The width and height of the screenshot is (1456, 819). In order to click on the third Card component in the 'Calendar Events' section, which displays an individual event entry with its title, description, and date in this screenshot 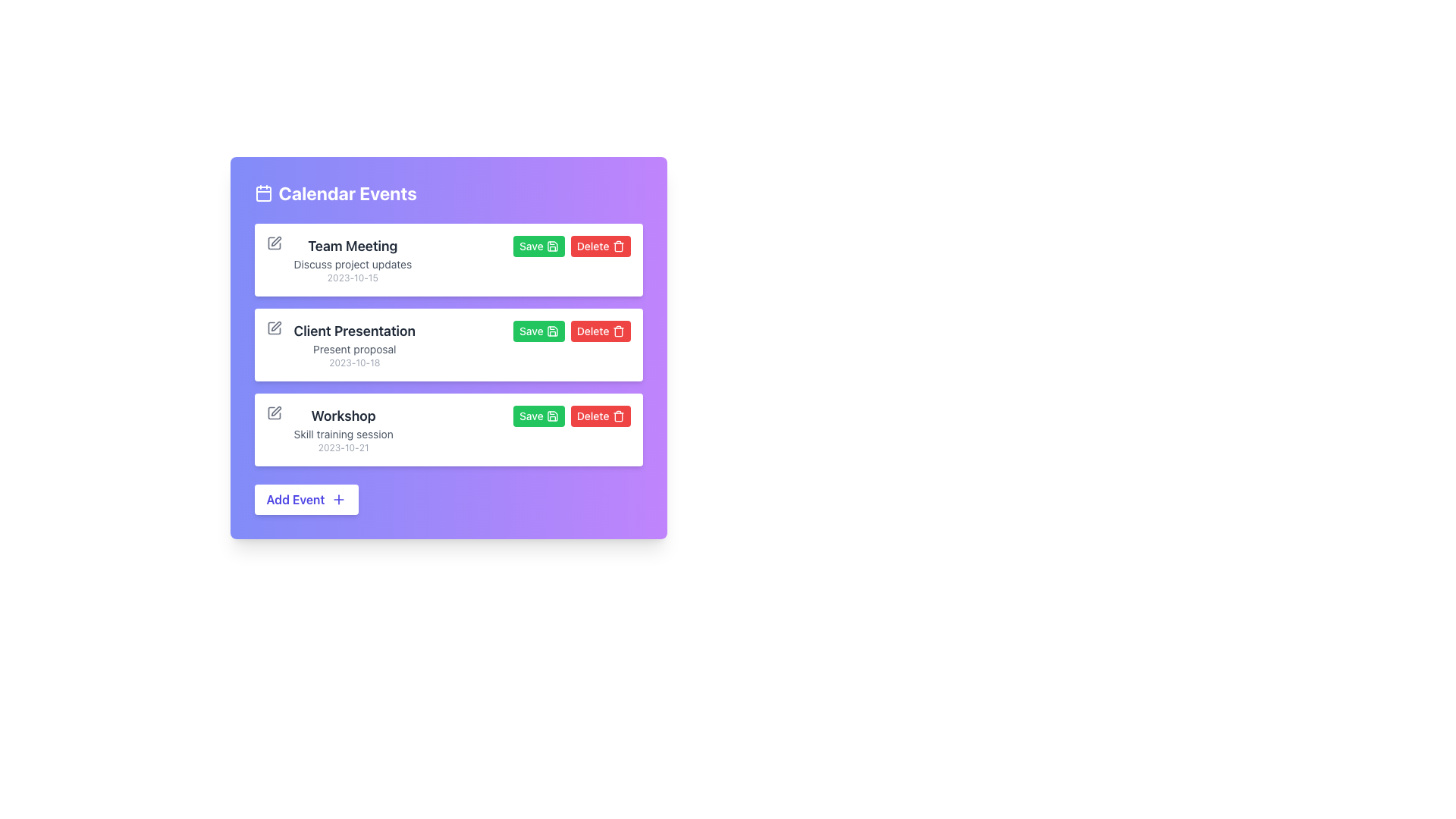, I will do `click(447, 430)`.